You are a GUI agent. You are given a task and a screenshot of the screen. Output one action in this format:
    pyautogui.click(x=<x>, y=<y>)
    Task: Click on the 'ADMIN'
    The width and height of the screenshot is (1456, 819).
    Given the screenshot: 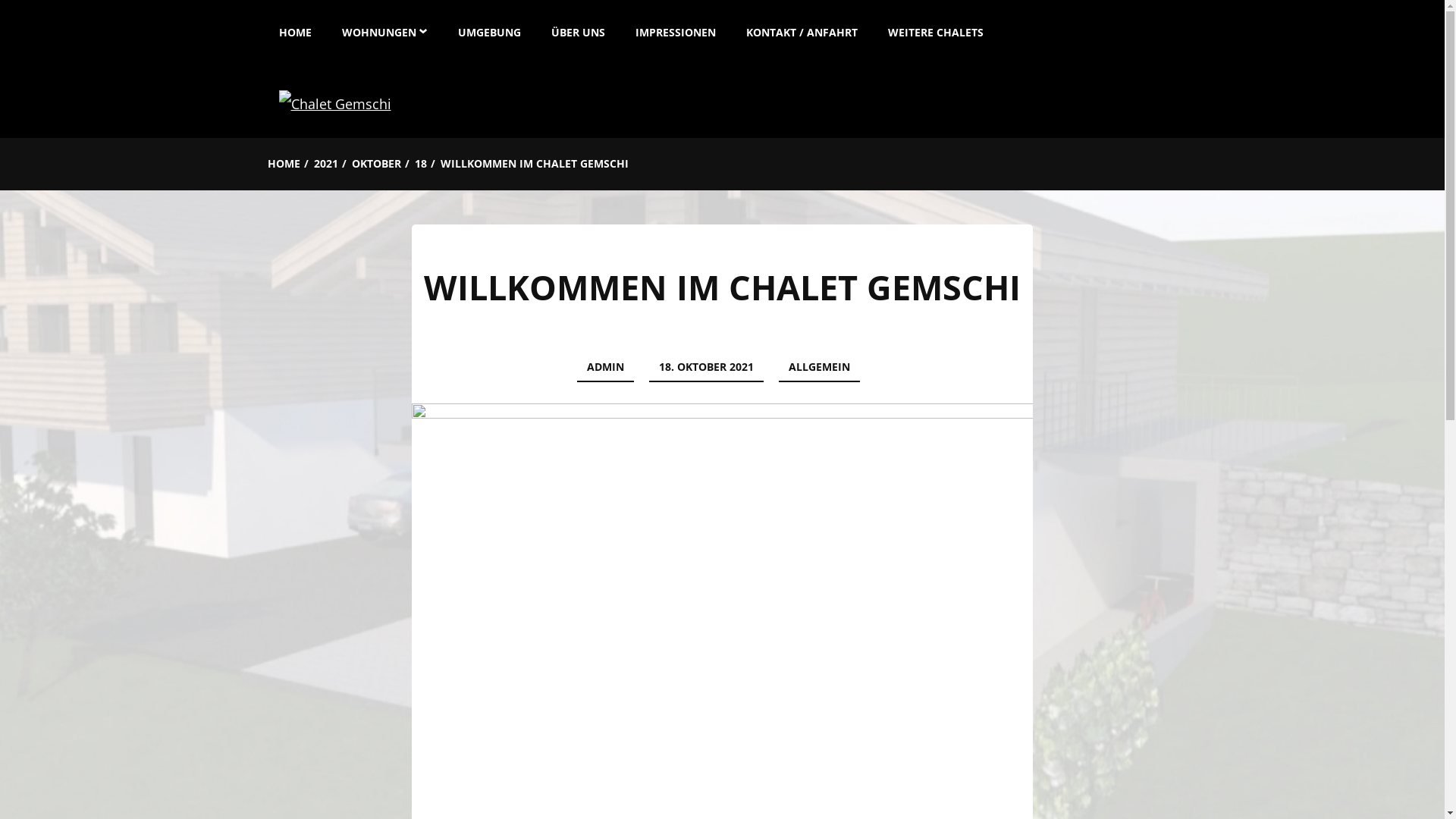 What is the action you would take?
    pyautogui.click(x=604, y=368)
    